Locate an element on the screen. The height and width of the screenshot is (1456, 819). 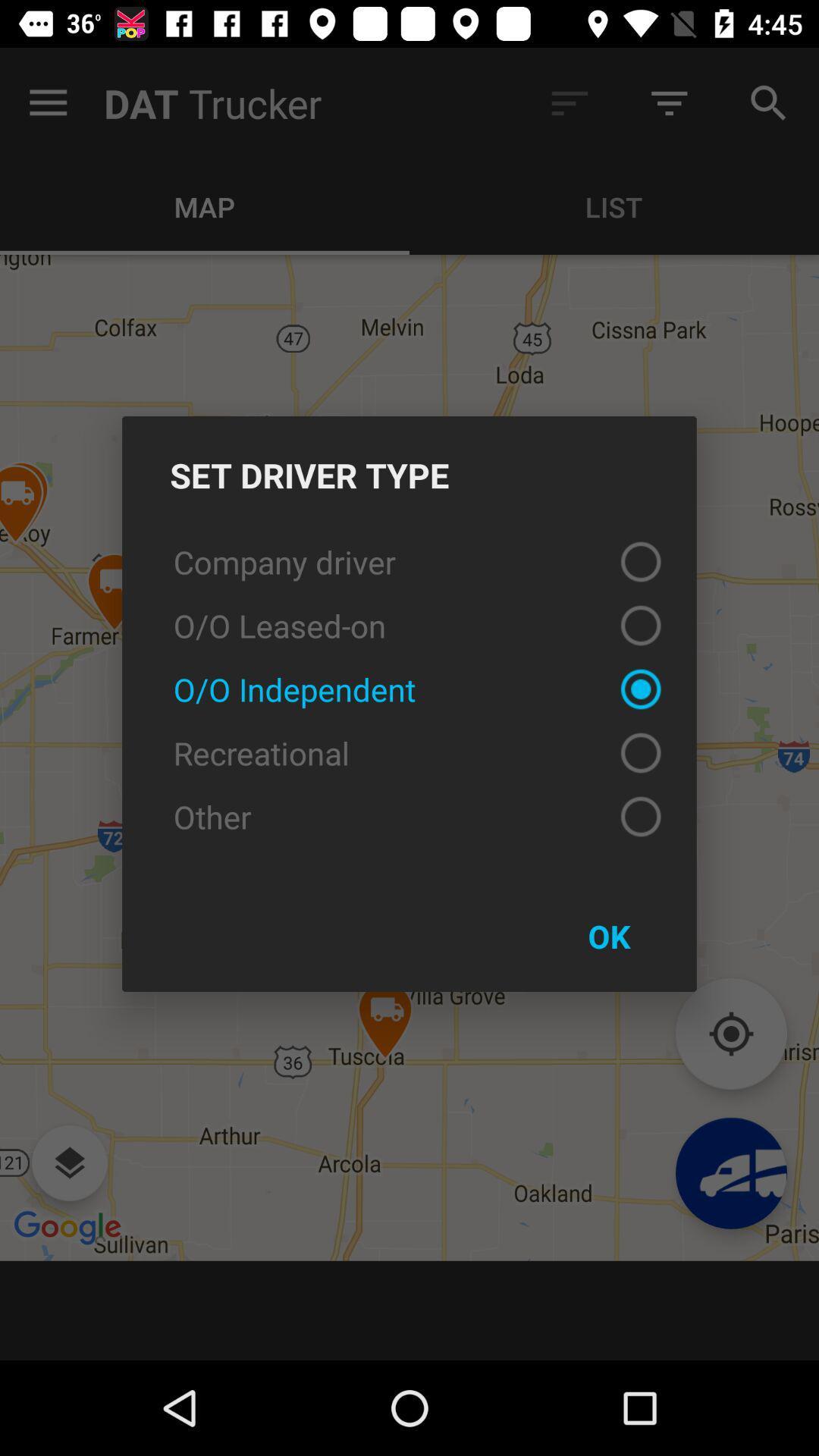
the item below the set driver type icon is located at coordinates (409, 560).